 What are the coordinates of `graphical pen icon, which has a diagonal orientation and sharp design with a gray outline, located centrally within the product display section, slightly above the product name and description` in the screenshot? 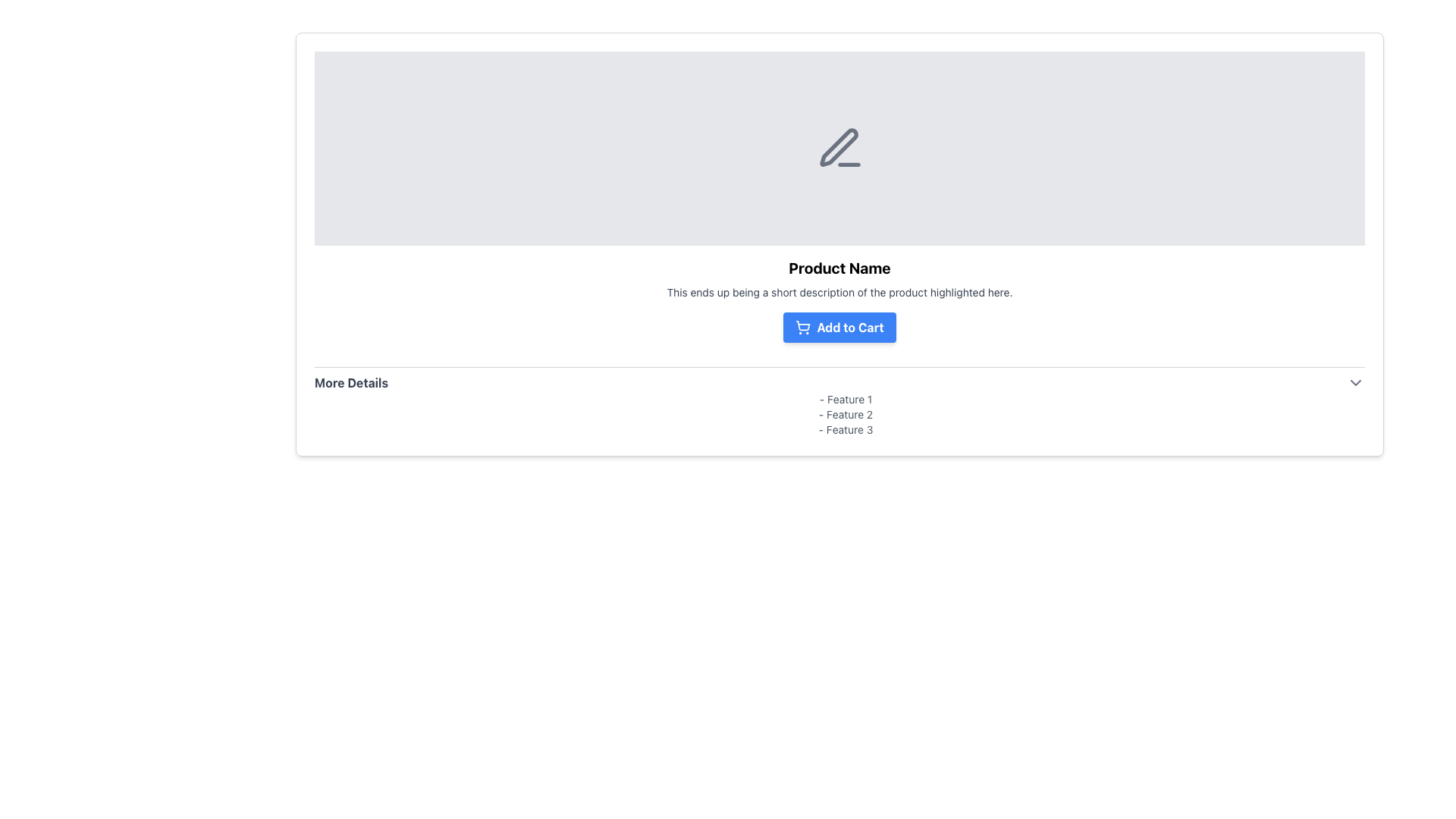 It's located at (838, 147).